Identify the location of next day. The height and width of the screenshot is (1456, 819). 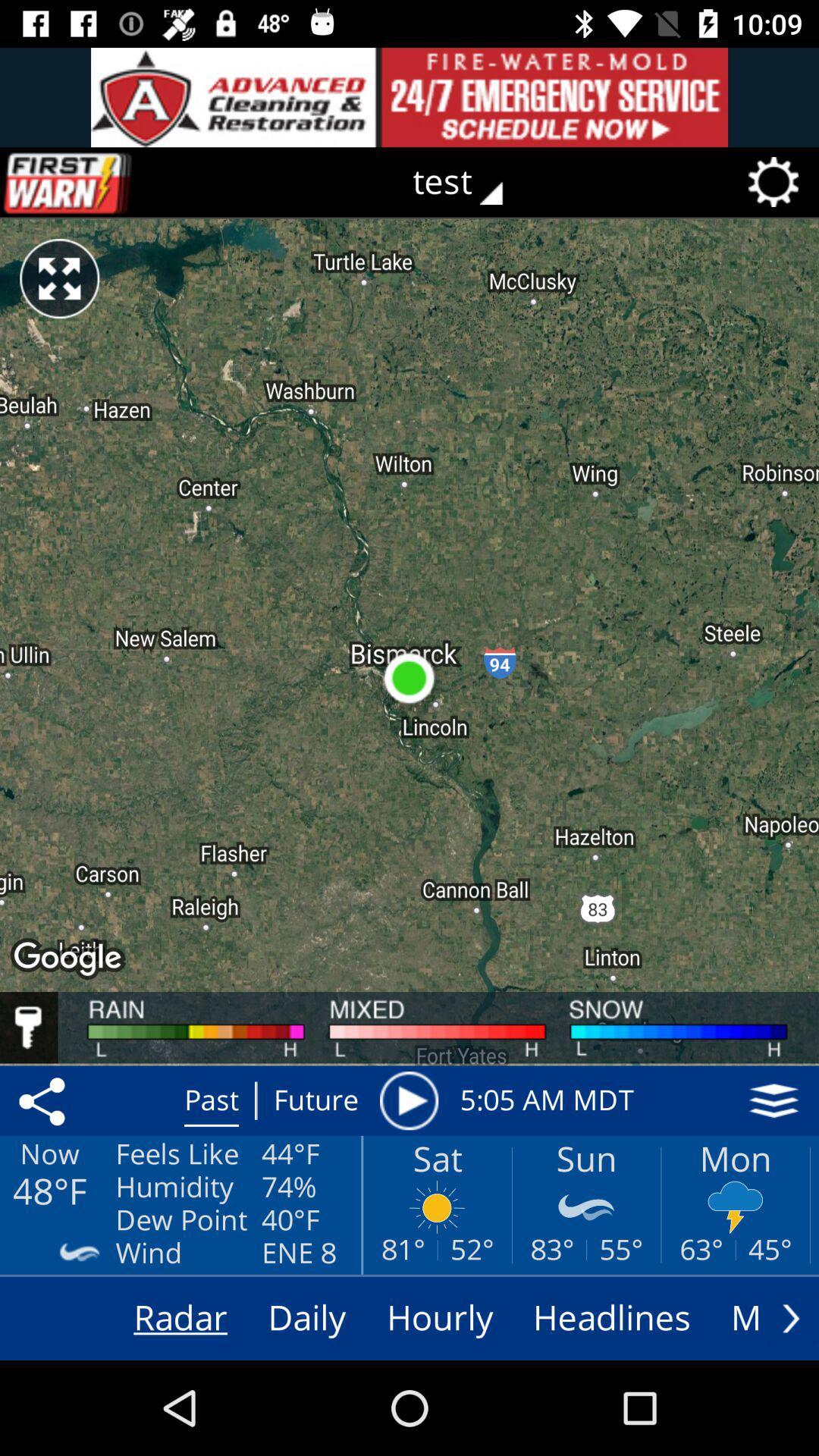
(790, 1317).